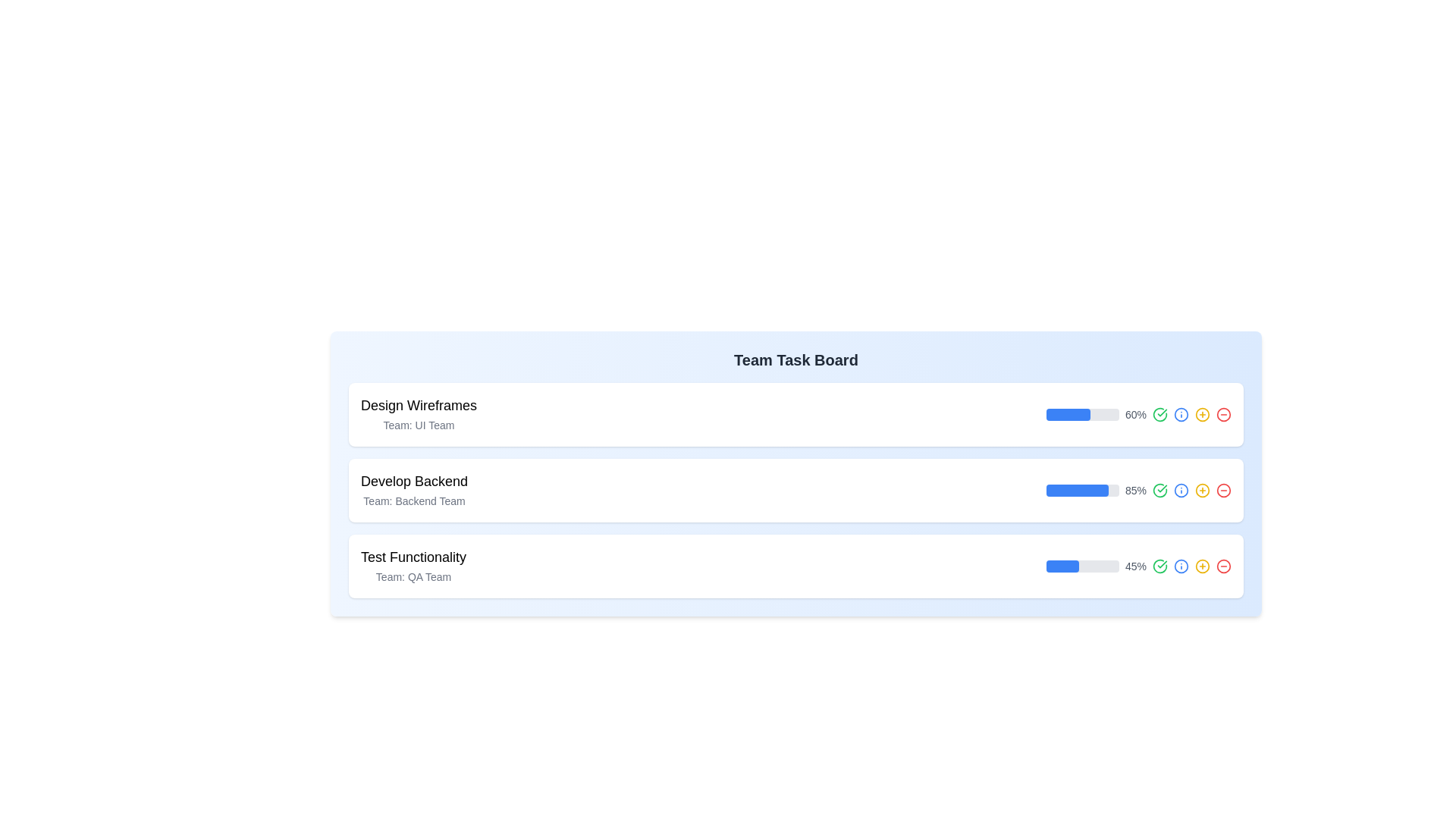 The width and height of the screenshot is (1456, 819). Describe the element at coordinates (1139, 566) in the screenshot. I see `the progress indicator displaying 45% completion for the task 'Test Functionality', located at the rightmost part of the third section in the task board` at that location.